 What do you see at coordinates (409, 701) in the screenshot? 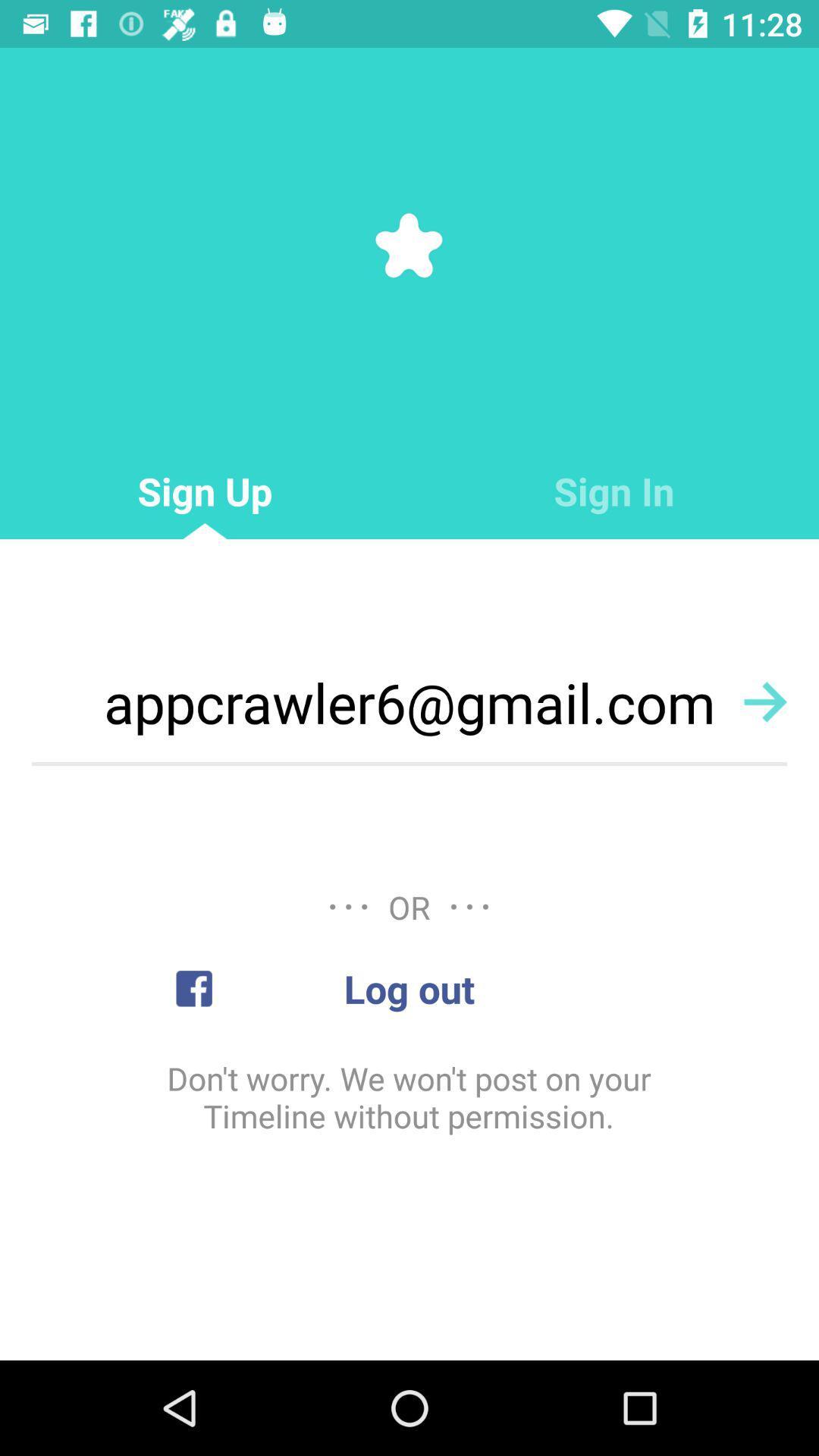
I see `the icon below the sign up item` at bounding box center [409, 701].